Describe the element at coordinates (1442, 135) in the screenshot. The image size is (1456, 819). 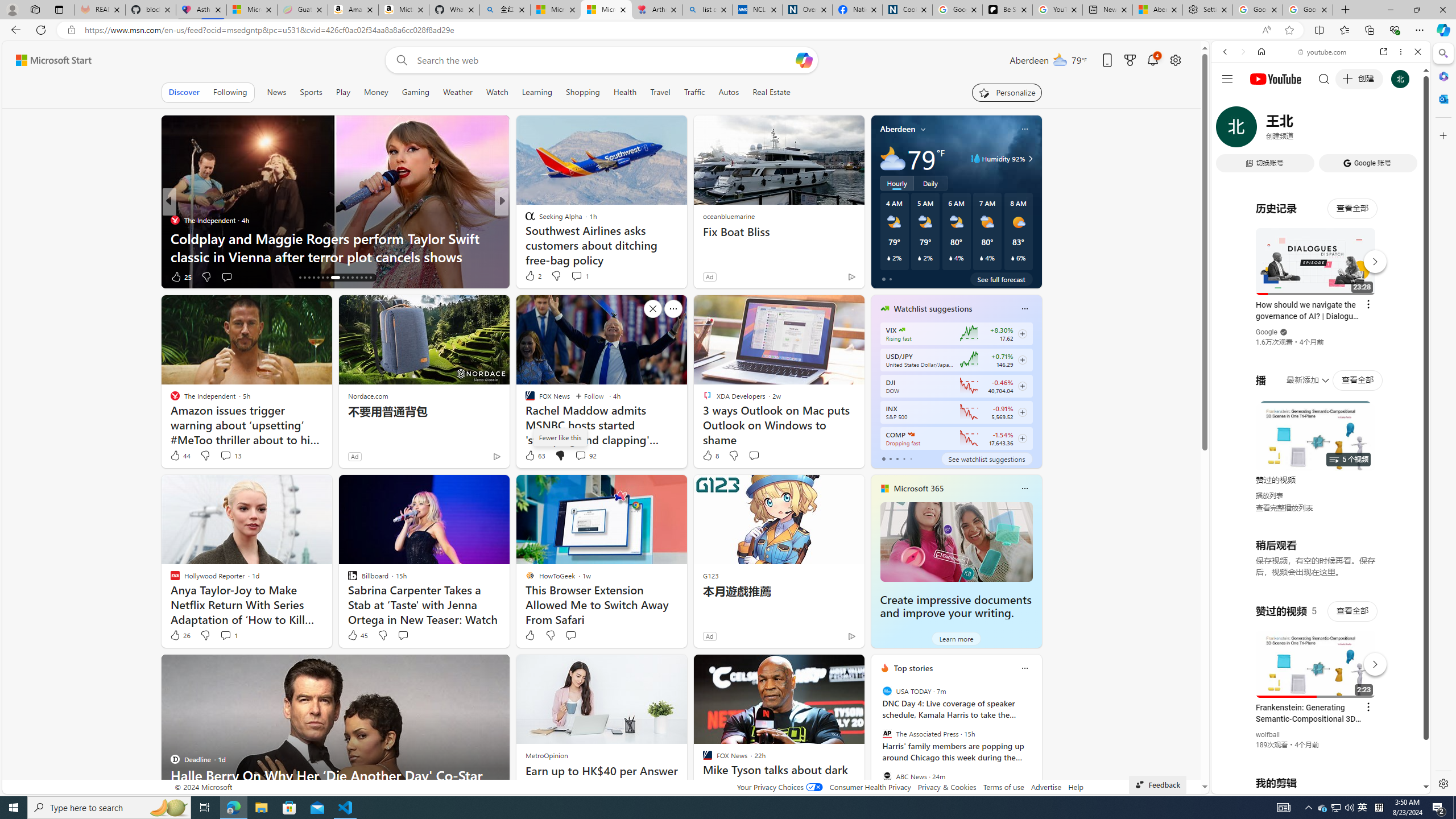
I see `'Close Customize pane'` at that location.